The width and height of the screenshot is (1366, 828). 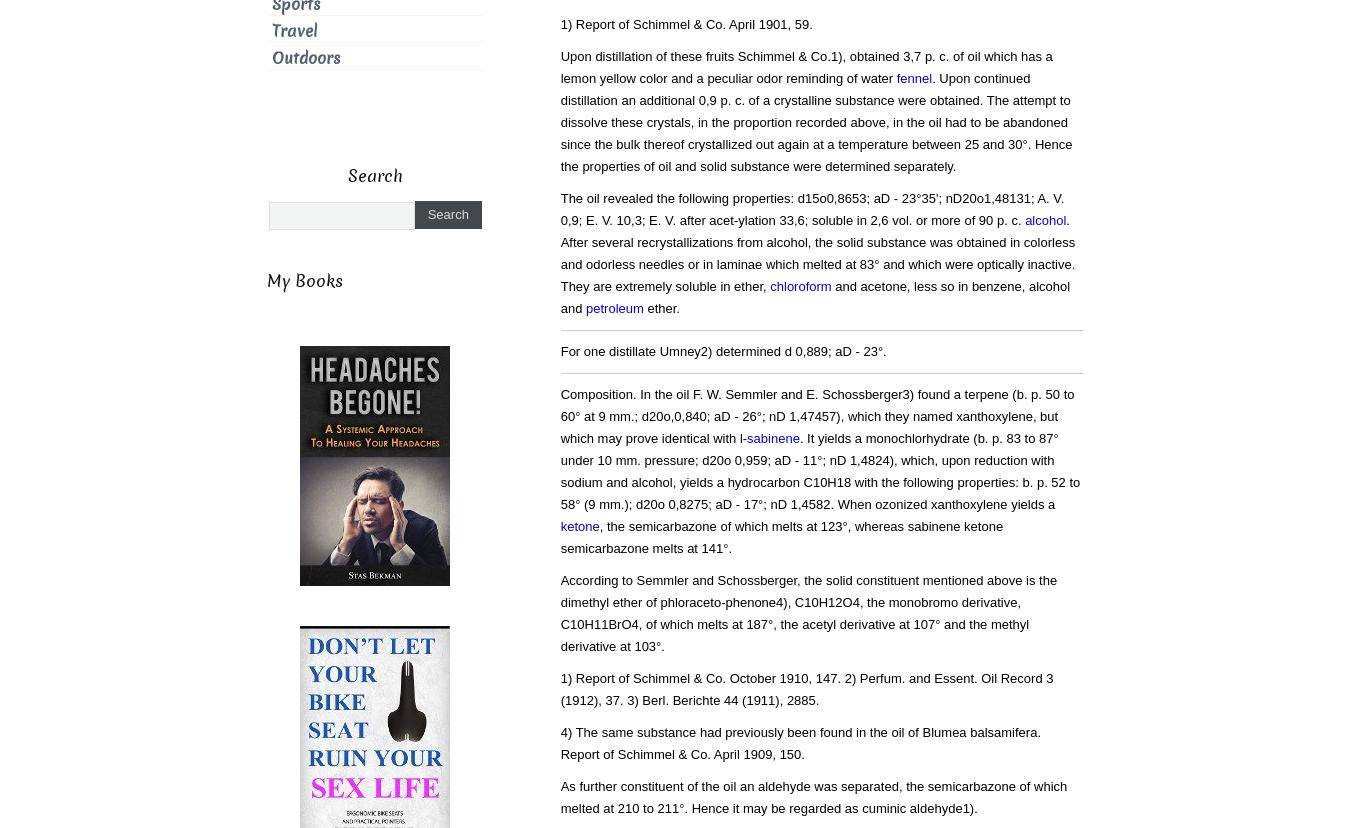 What do you see at coordinates (813, 297) in the screenshot?
I see `'and acetone, less so in benzene, alcohol and'` at bounding box center [813, 297].